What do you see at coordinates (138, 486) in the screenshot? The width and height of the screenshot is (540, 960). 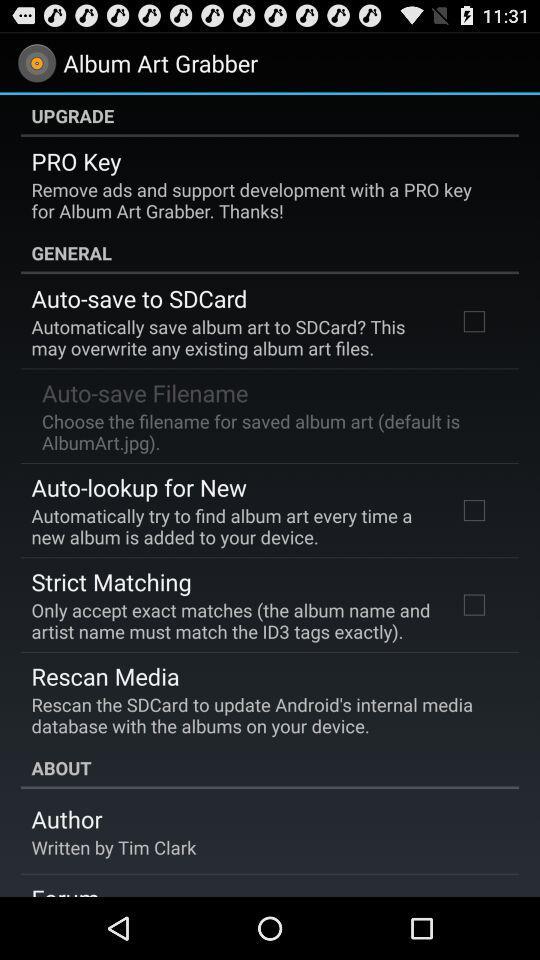 I see `app below the choose the filename app` at bounding box center [138, 486].